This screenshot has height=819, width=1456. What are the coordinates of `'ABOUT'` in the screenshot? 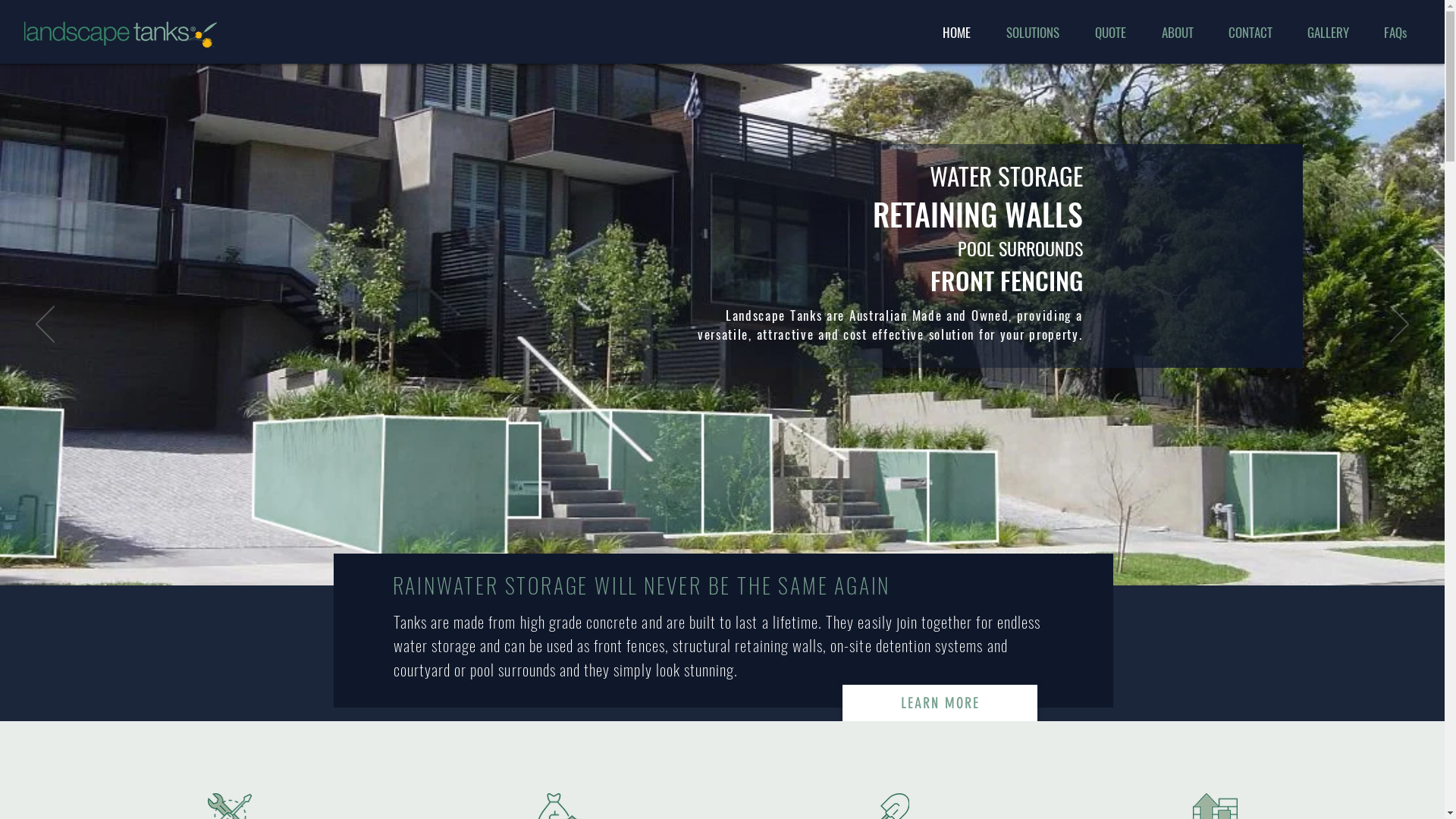 It's located at (1143, 32).